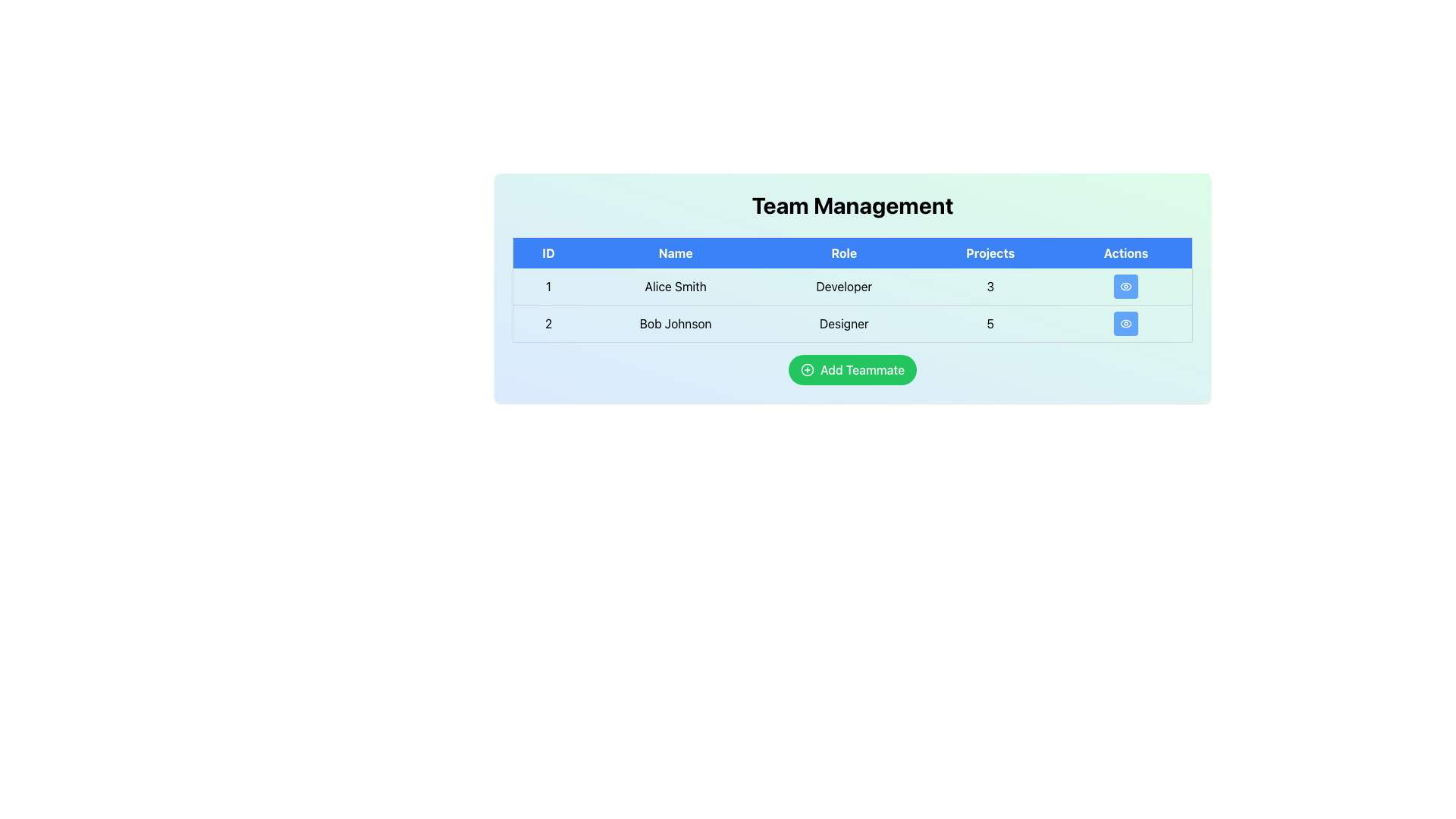 Image resolution: width=1456 pixels, height=819 pixels. What do you see at coordinates (843, 323) in the screenshot?
I see `the 'Designer' text label in the 'Role' column of the table corresponding to 'Bob Johnson'` at bounding box center [843, 323].